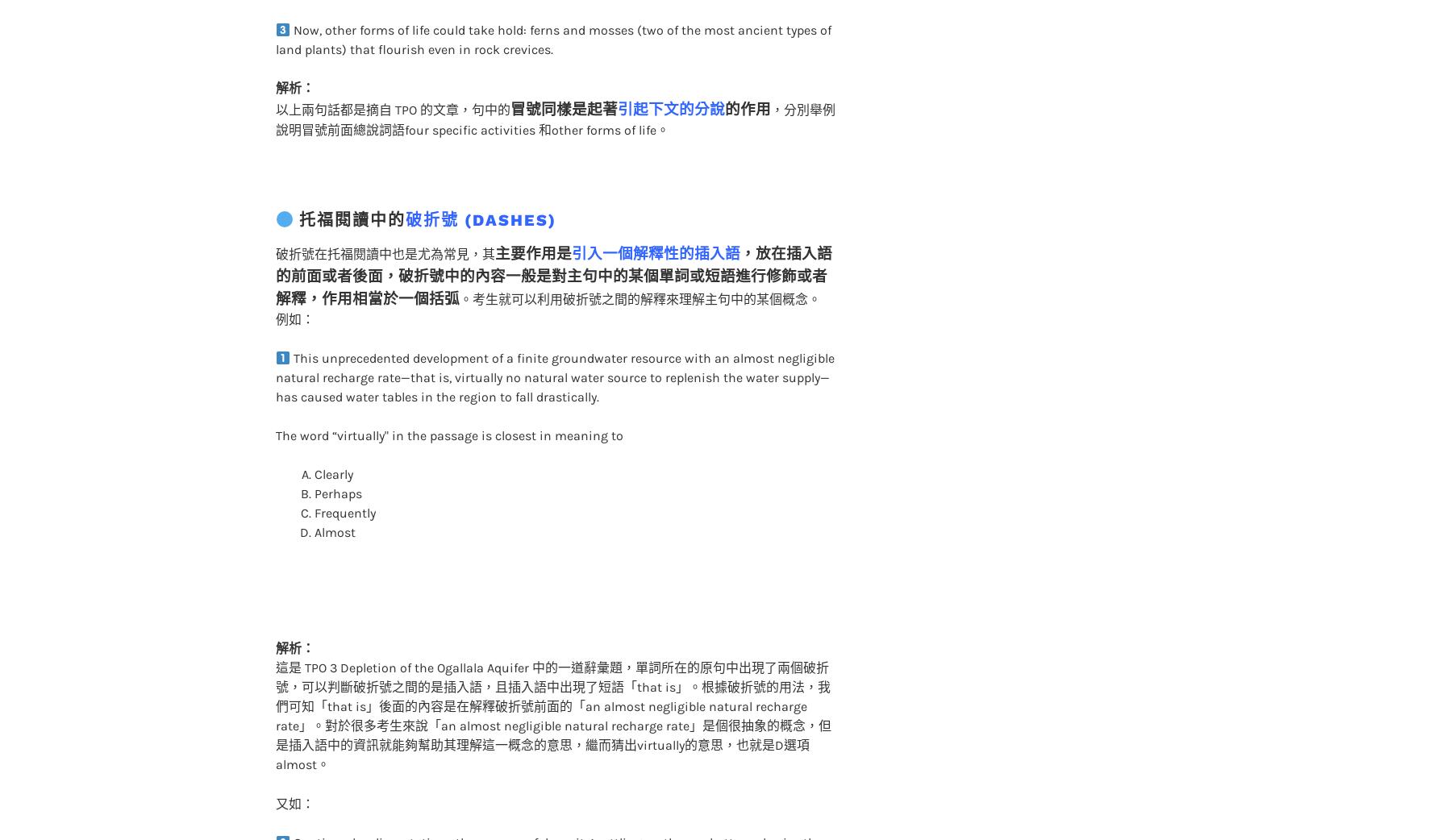  Describe the element at coordinates (392, 77) in the screenshot. I see `'以上兩句話都是摘自 TPO 的文章，句中的'` at that location.